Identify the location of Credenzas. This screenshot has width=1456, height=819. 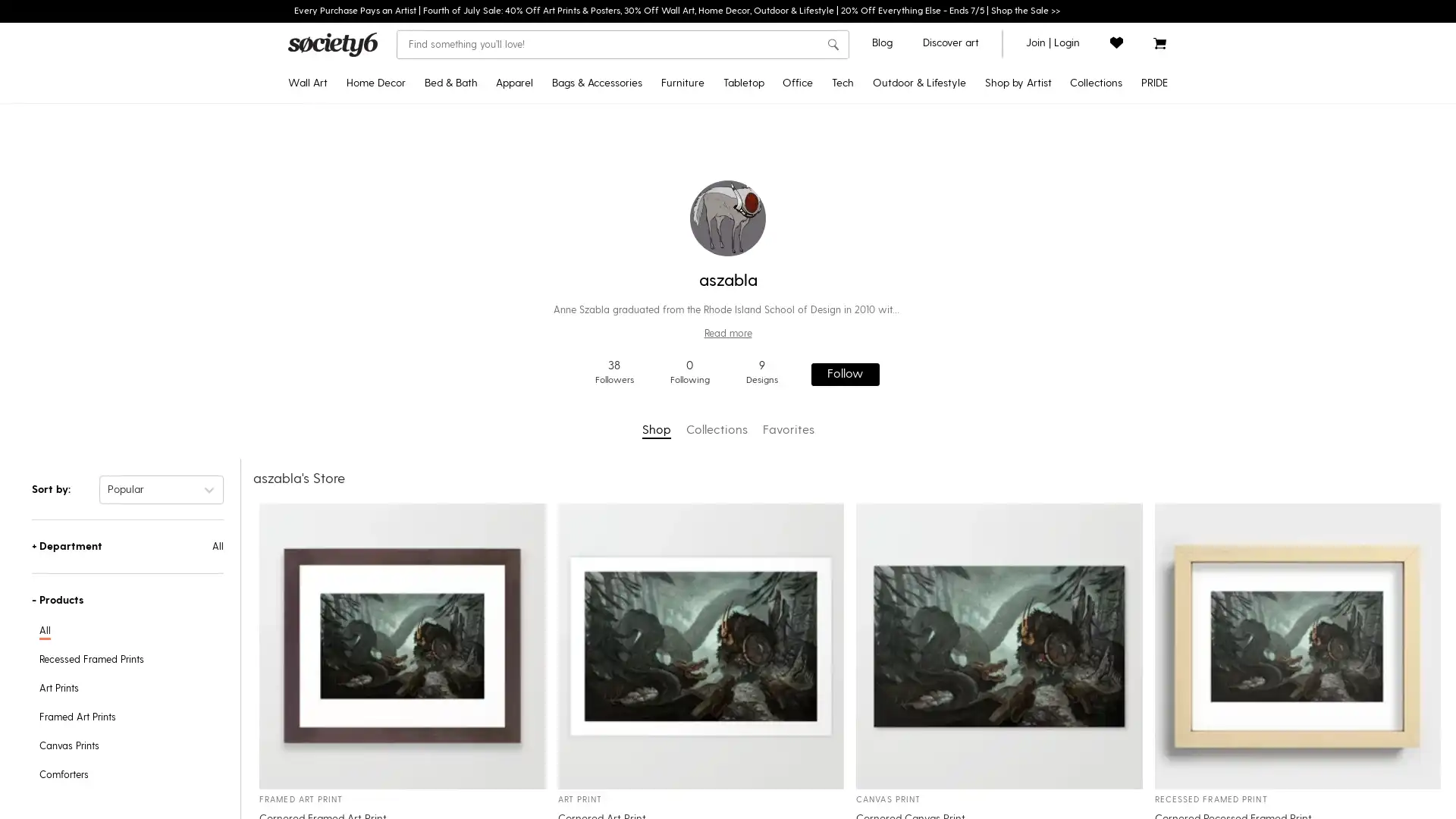
(708, 121).